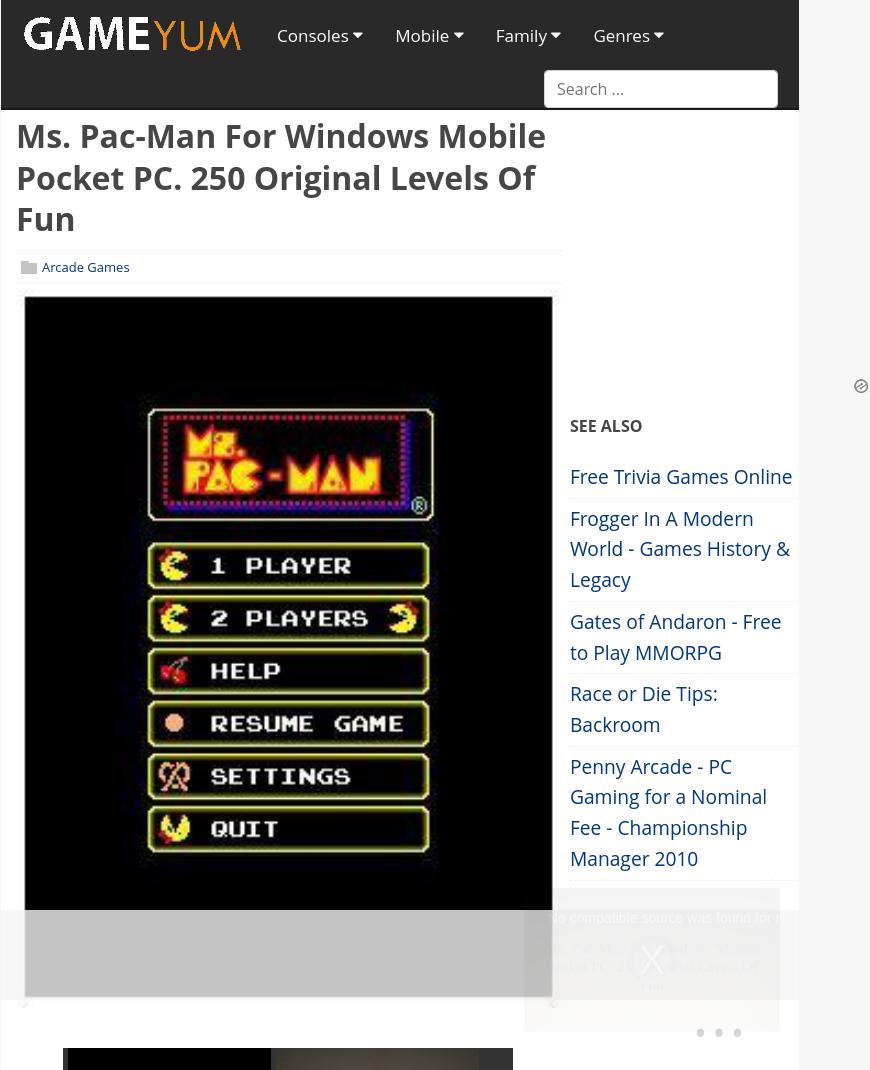 The image size is (870, 1070). What do you see at coordinates (424, 34) in the screenshot?
I see `'Mobile'` at bounding box center [424, 34].